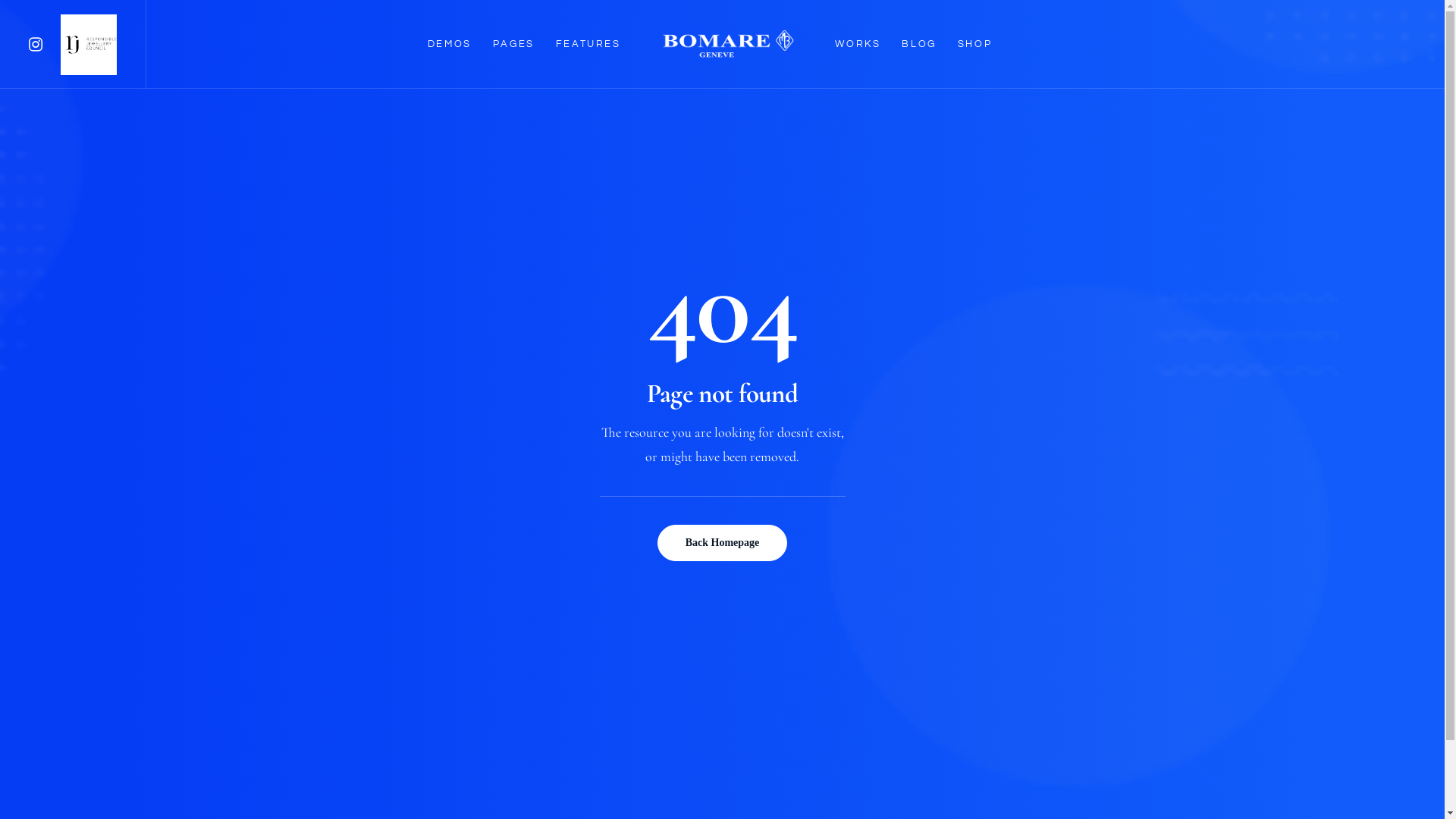 This screenshot has width=1456, height=819. What do you see at coordinates (513, 43) in the screenshot?
I see `'PAGES'` at bounding box center [513, 43].